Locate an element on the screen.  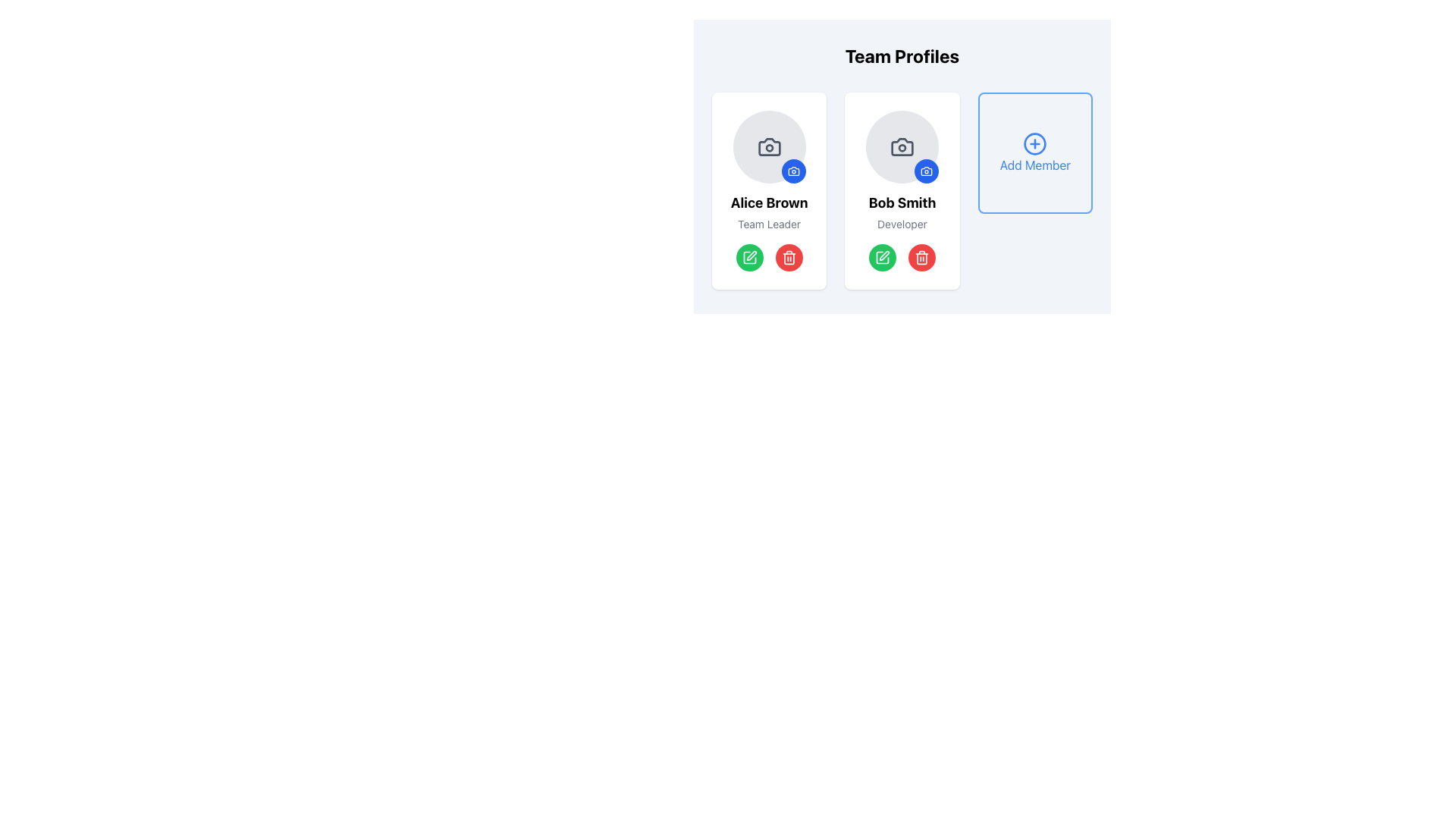
the text label displaying the name 'Bob Smith' located under the circular avatar image and above the role title 'Developer' is located at coordinates (902, 202).